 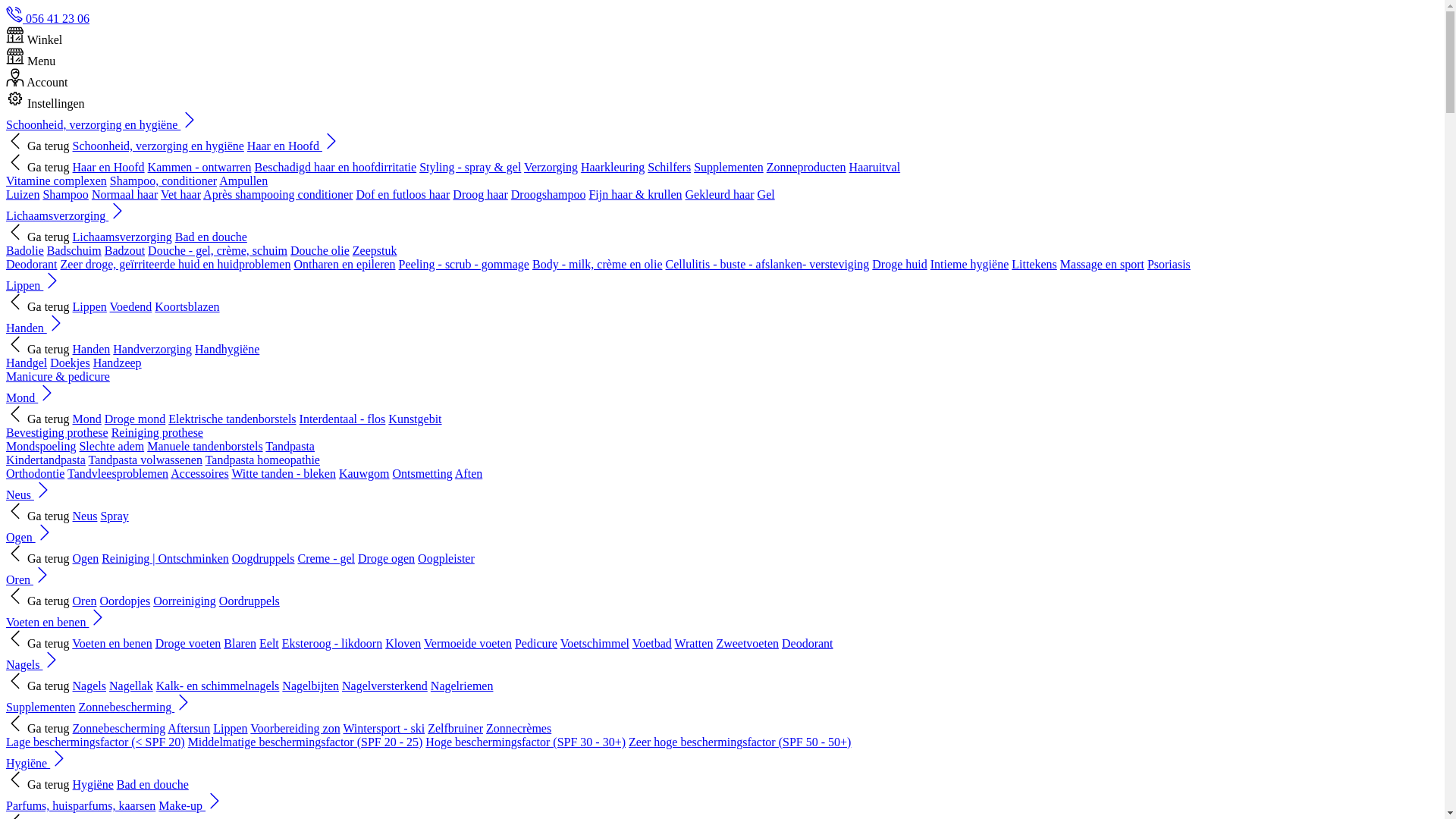 What do you see at coordinates (134, 419) in the screenshot?
I see `'Droge mond'` at bounding box center [134, 419].